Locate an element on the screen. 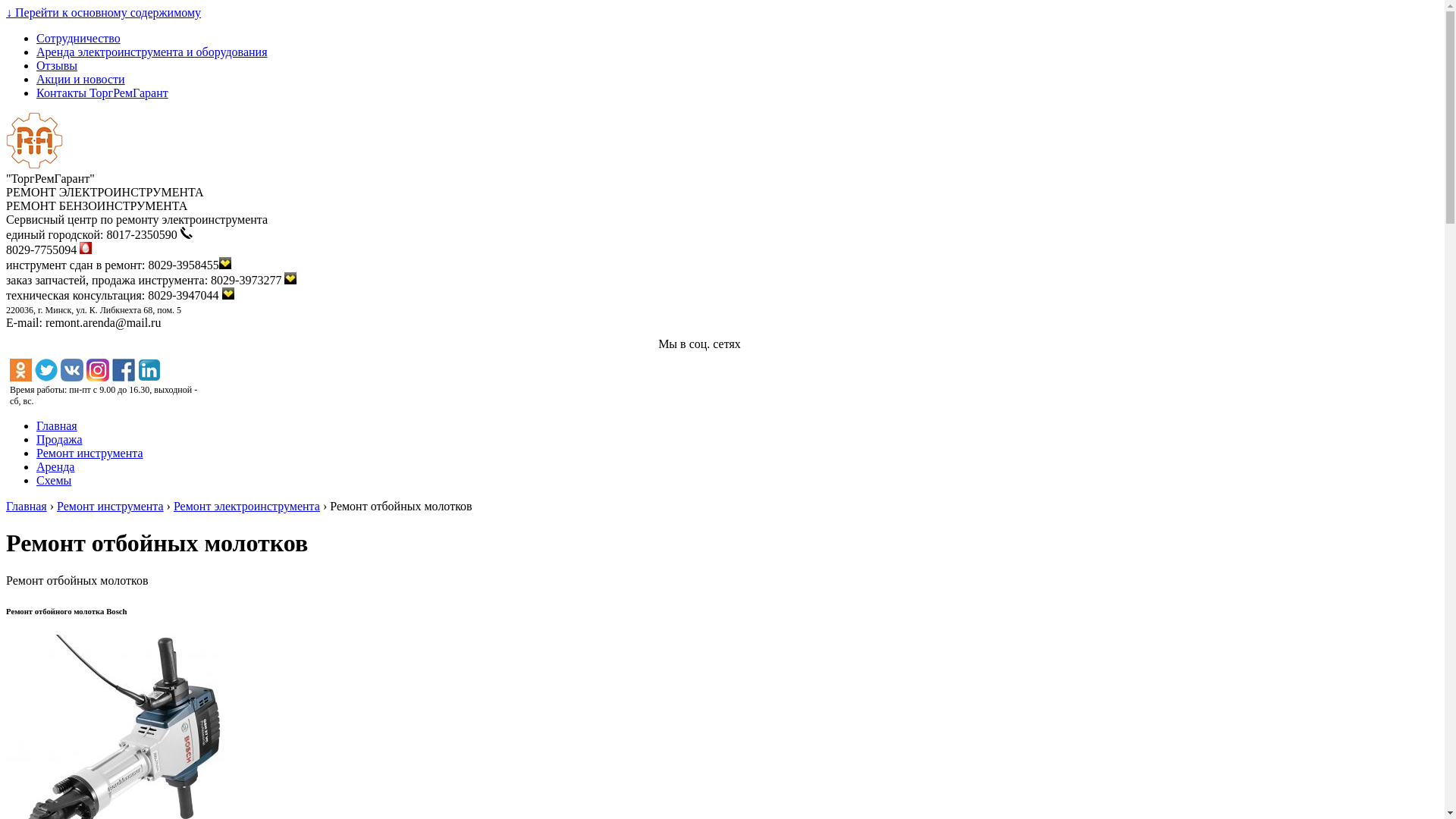 The image size is (1456, 819). 'linkedin' is located at coordinates (149, 370).